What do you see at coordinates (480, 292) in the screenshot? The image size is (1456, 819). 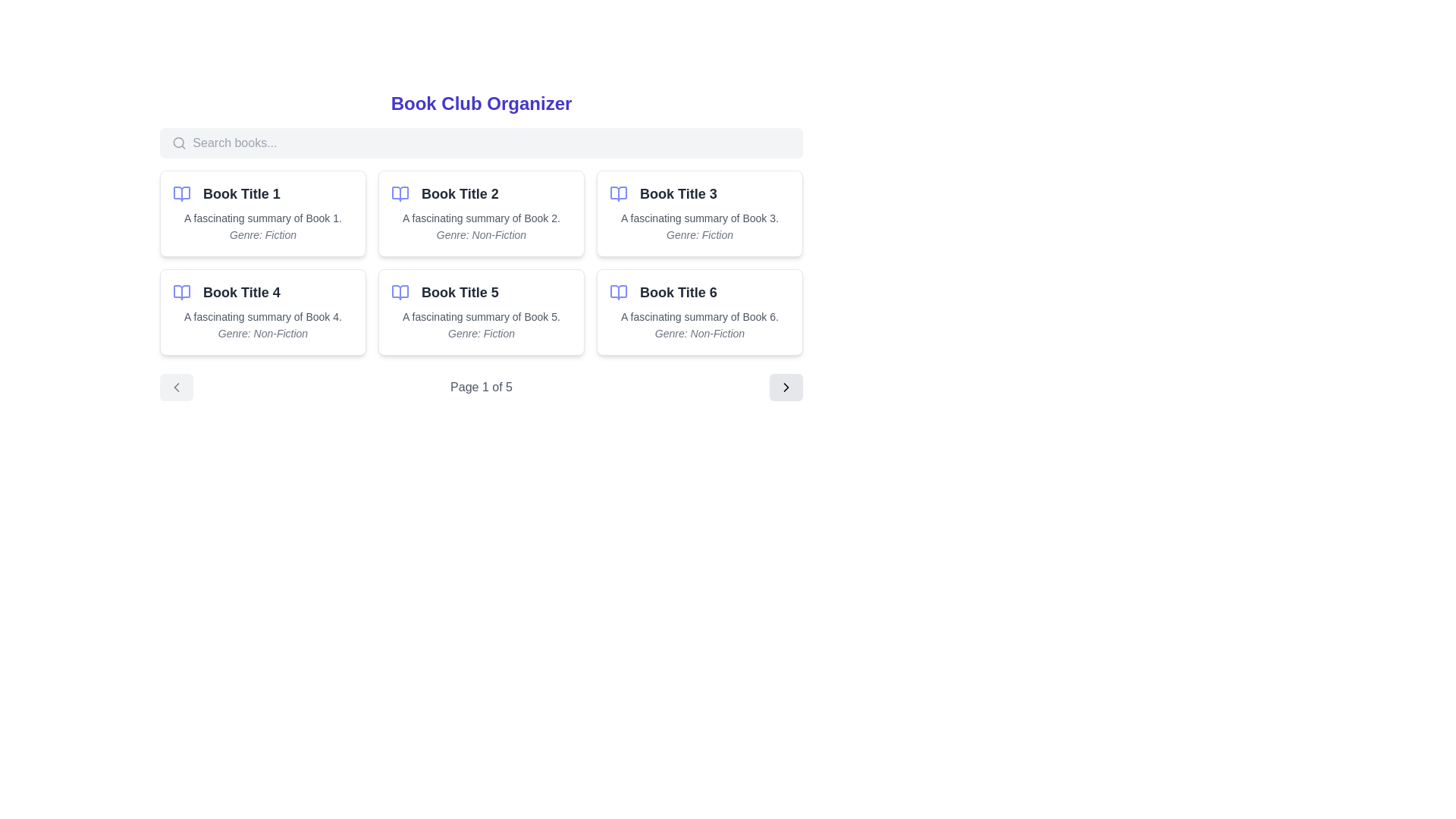 I see `text labeled 'Book Title 5', which is a bold text heading located next to an open book icon in the second row of the fourth card in a grid layout` at bounding box center [480, 292].